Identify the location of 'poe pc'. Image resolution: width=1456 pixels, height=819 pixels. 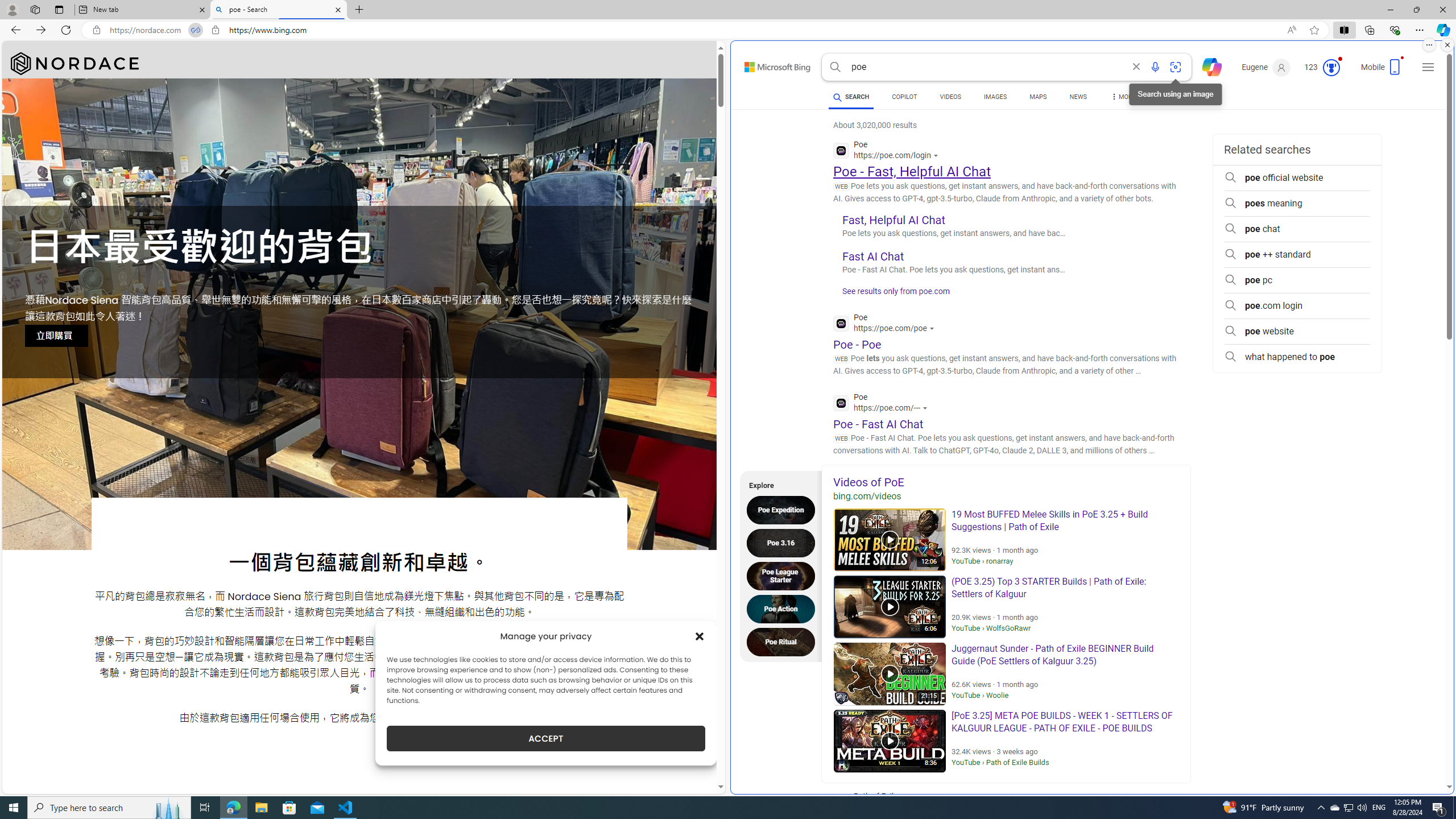
(1296, 280).